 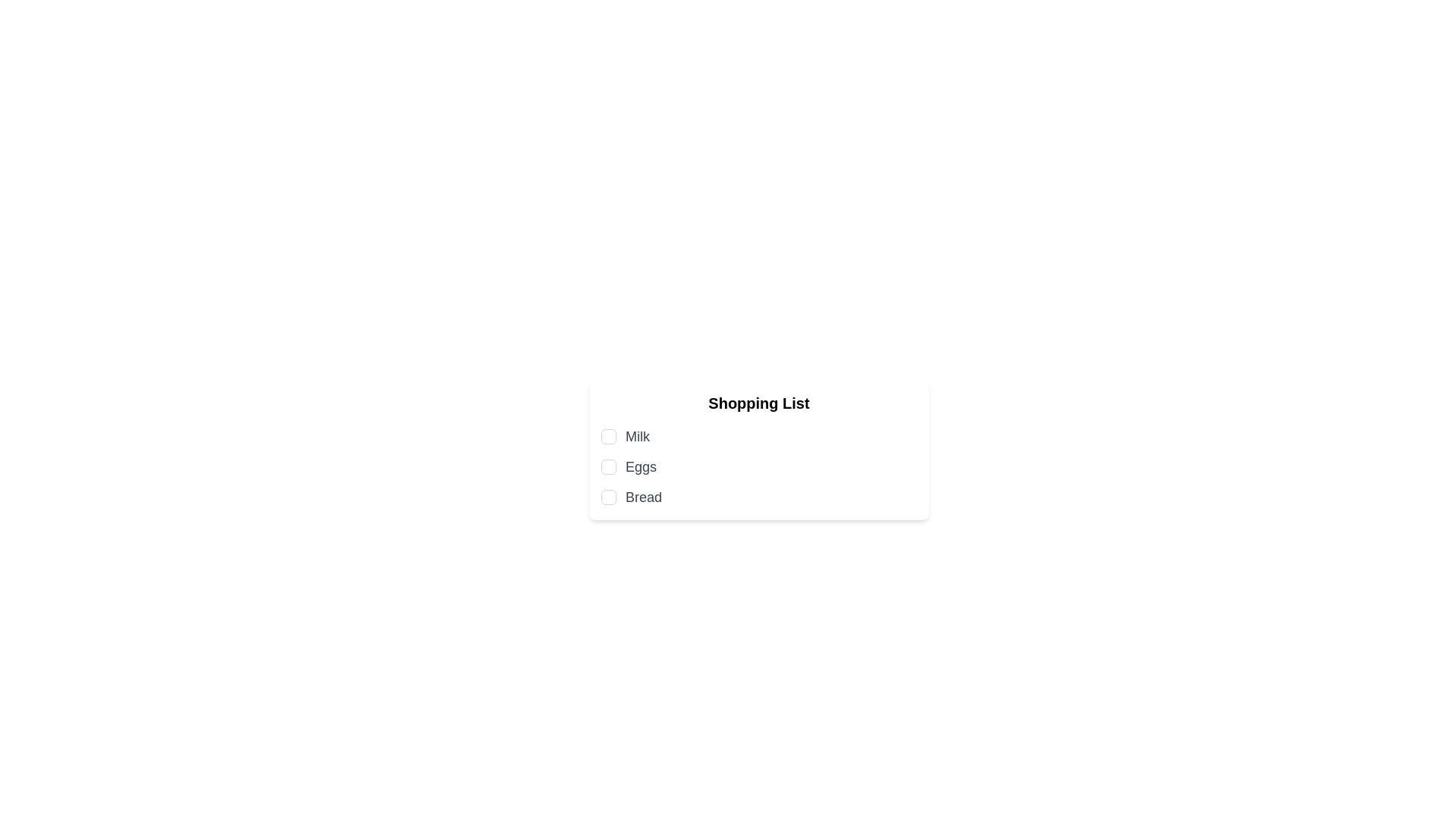 What do you see at coordinates (641, 466) in the screenshot?
I see `the static text label indicating the option 'Eggs' in the shopping list, which is positioned in a row with an adjacent unchecked checkbox` at bounding box center [641, 466].